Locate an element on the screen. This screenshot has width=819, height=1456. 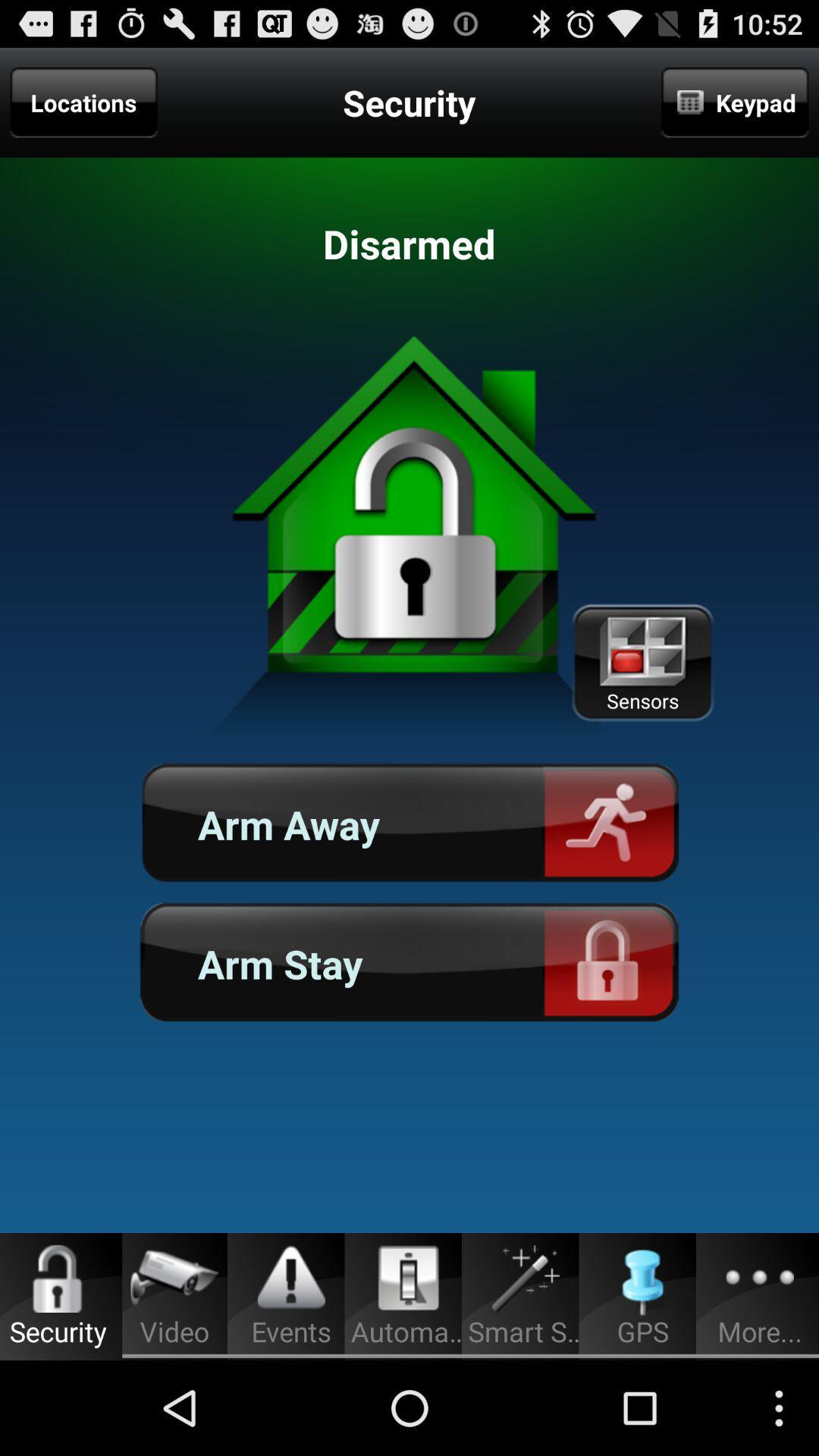
the sensors on the right is located at coordinates (642, 663).